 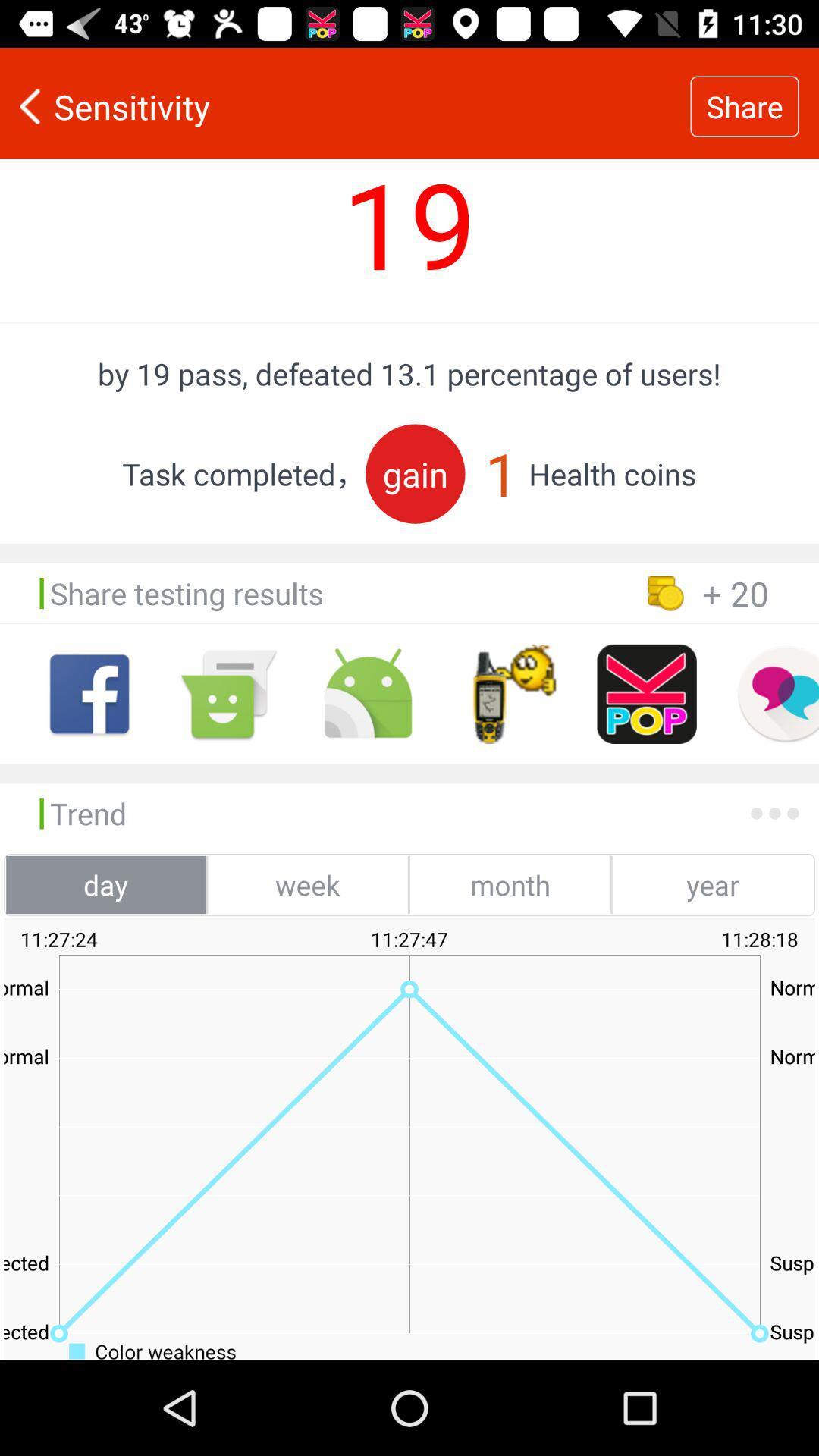 I want to click on icon to the left of the share item, so click(x=345, y=105).